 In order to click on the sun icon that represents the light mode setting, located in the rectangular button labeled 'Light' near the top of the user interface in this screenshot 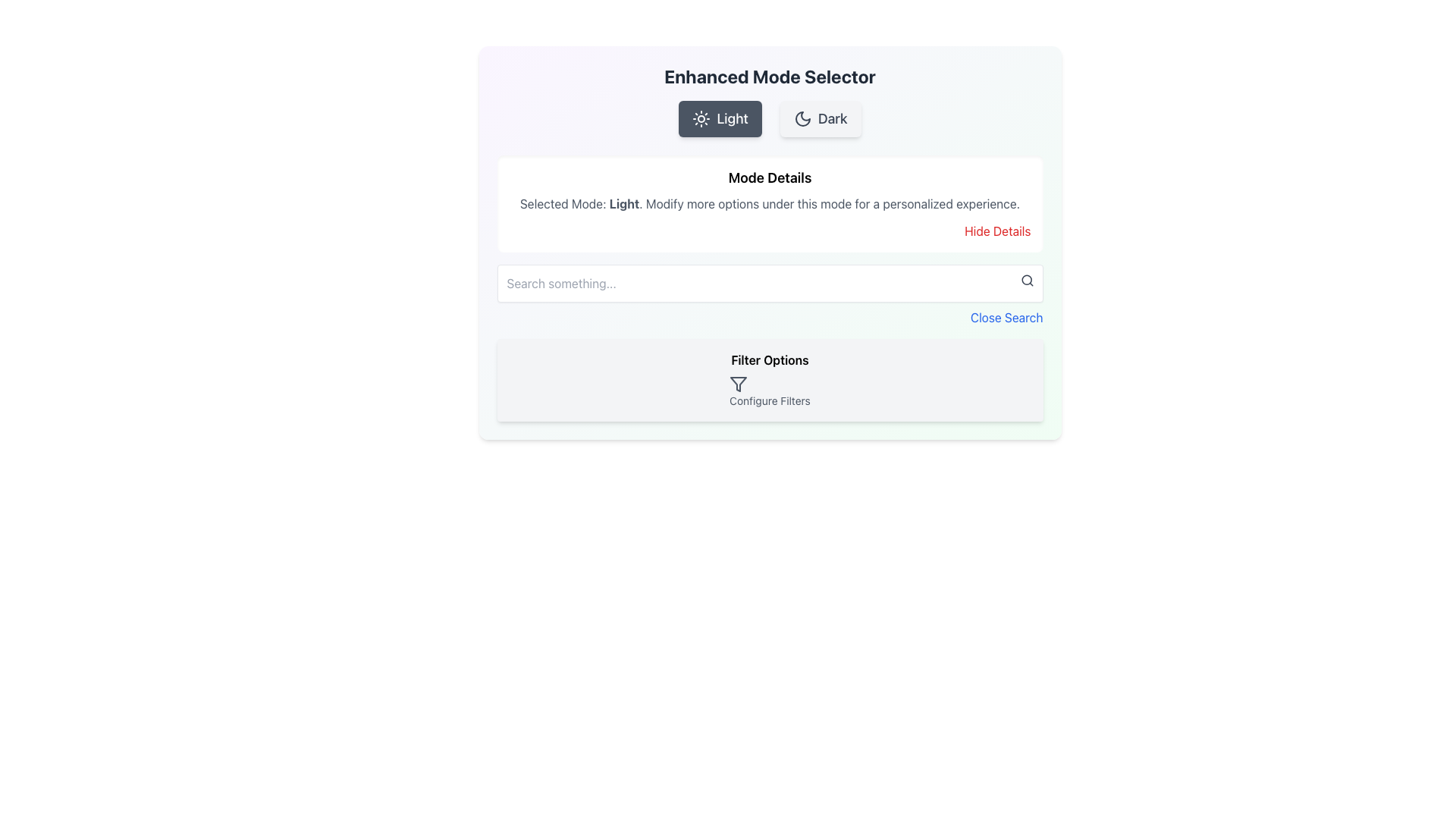, I will do `click(701, 118)`.